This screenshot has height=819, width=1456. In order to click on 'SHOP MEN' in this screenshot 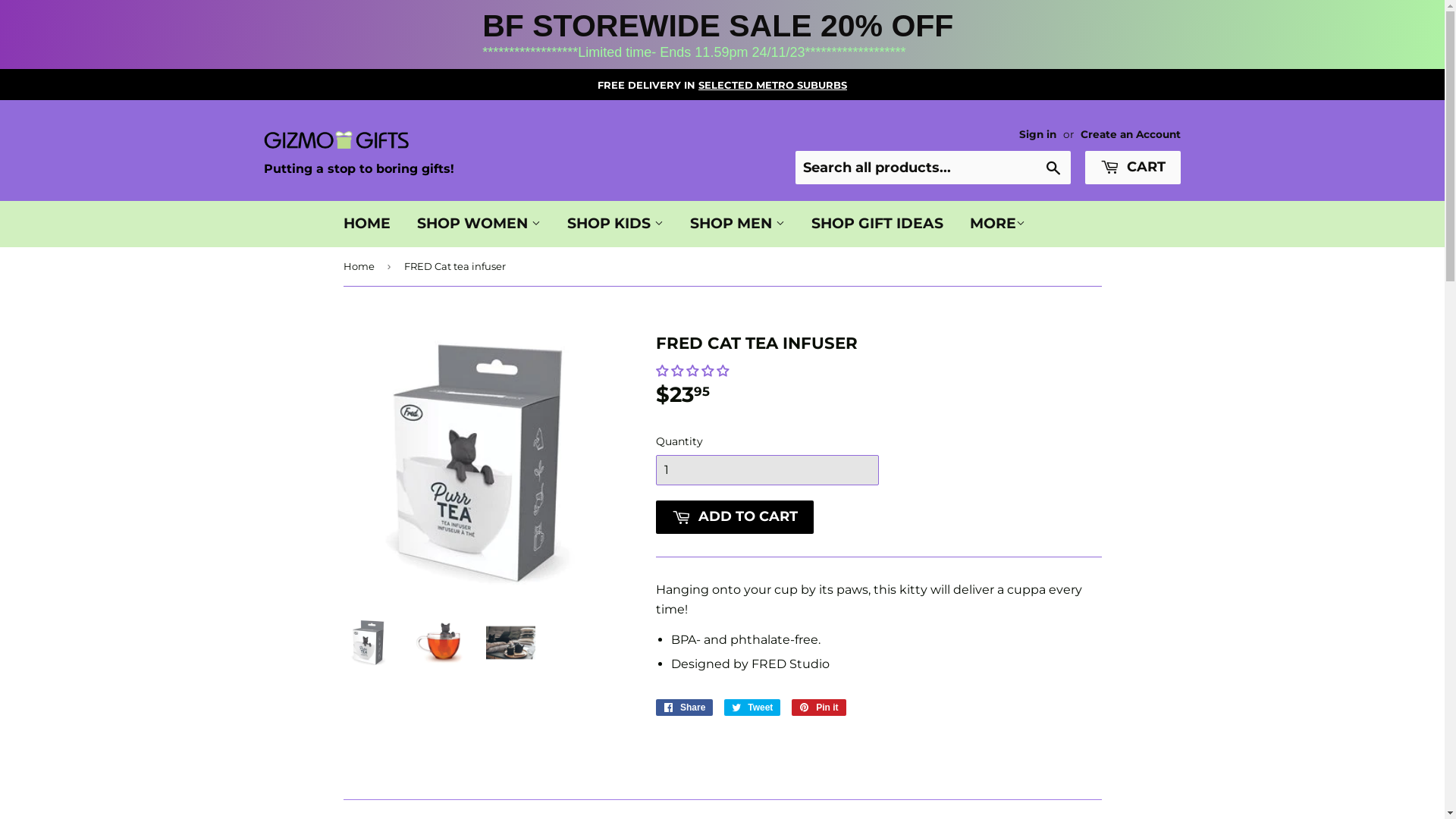, I will do `click(736, 223)`.